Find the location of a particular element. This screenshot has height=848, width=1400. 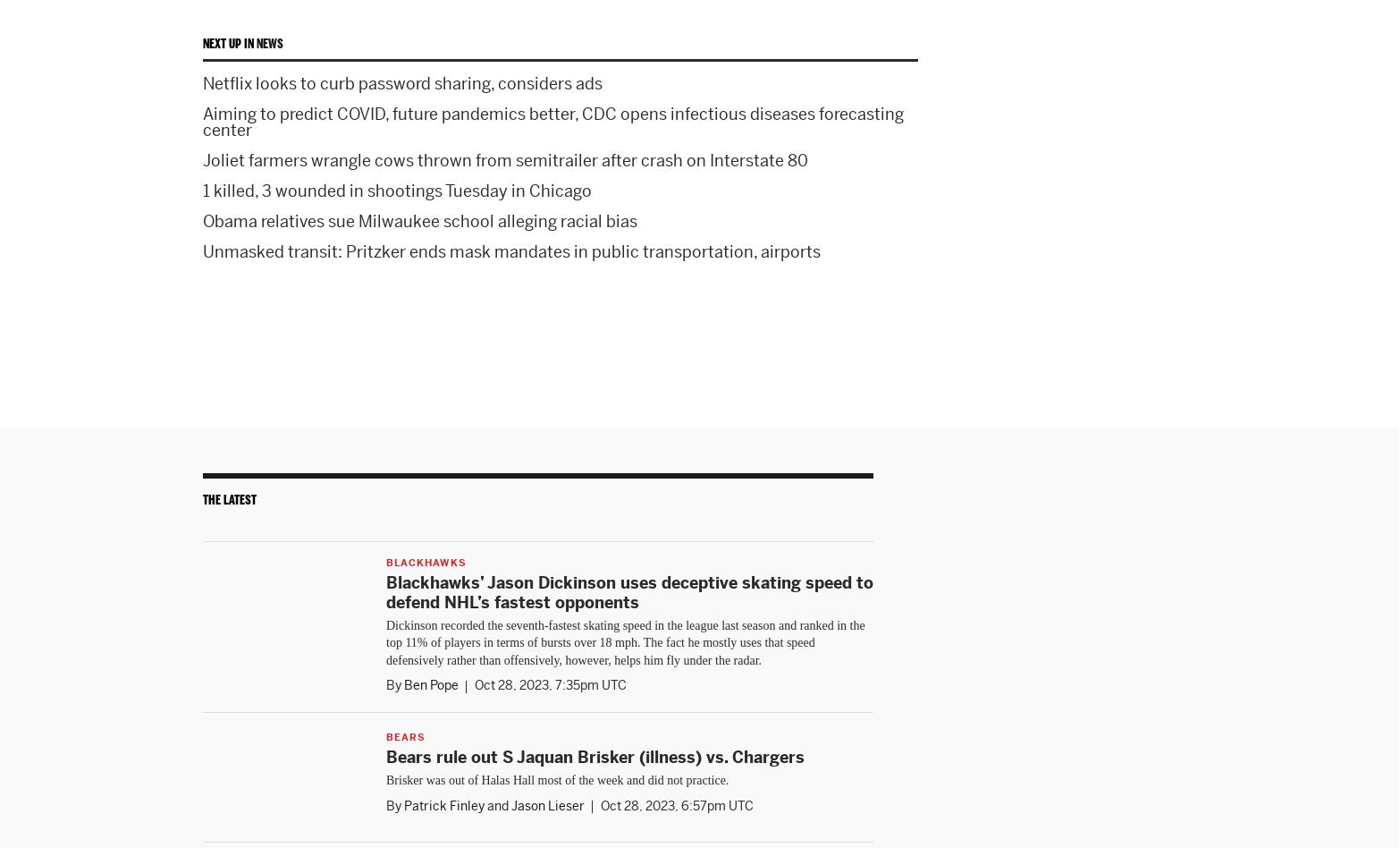

'Blackhawks' is located at coordinates (426, 560).